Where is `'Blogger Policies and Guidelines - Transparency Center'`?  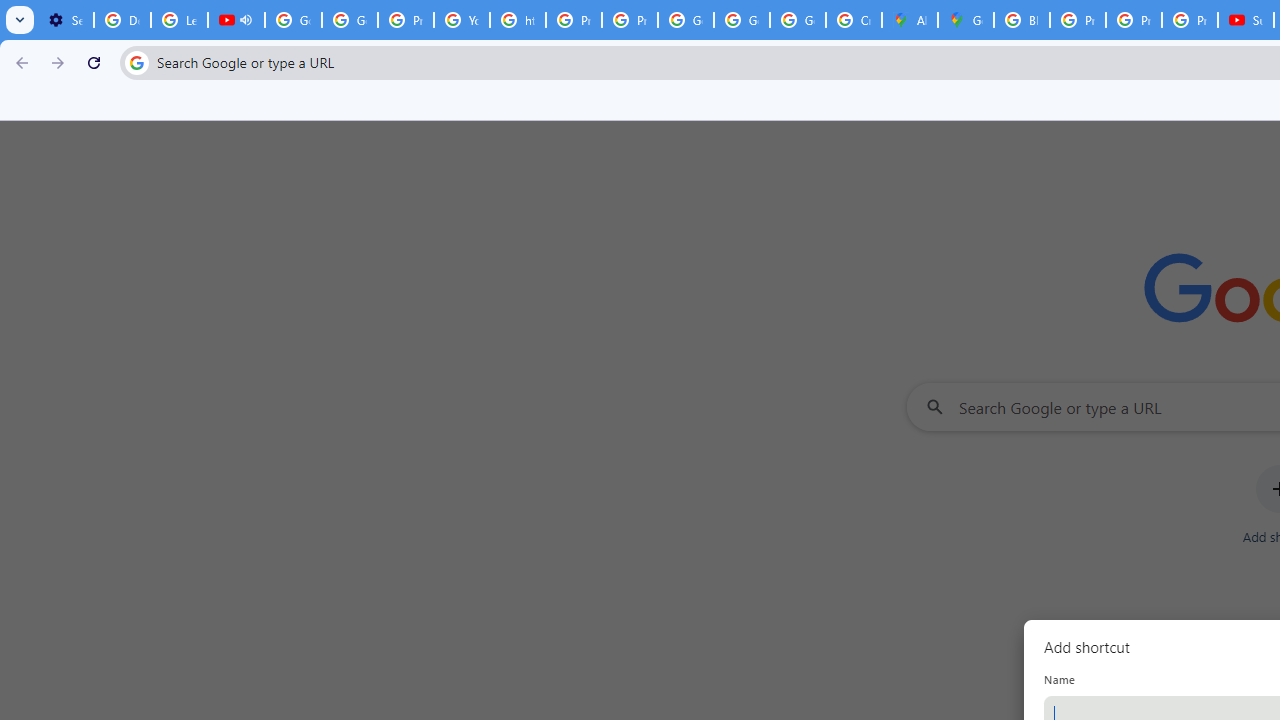 'Blogger Policies and Guidelines - Transparency Center' is located at coordinates (1022, 20).